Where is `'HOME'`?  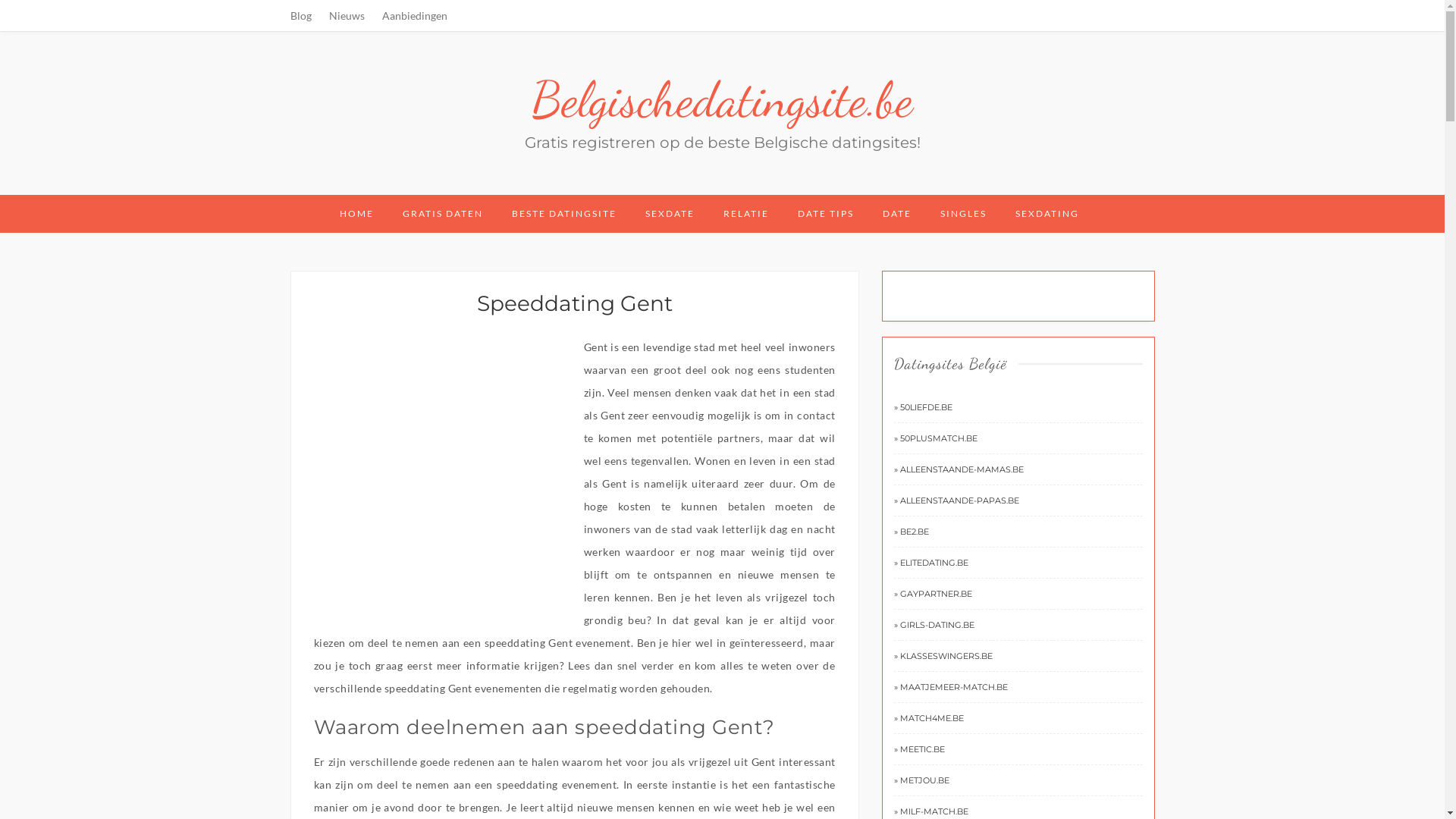
'HOME' is located at coordinates (356, 213).